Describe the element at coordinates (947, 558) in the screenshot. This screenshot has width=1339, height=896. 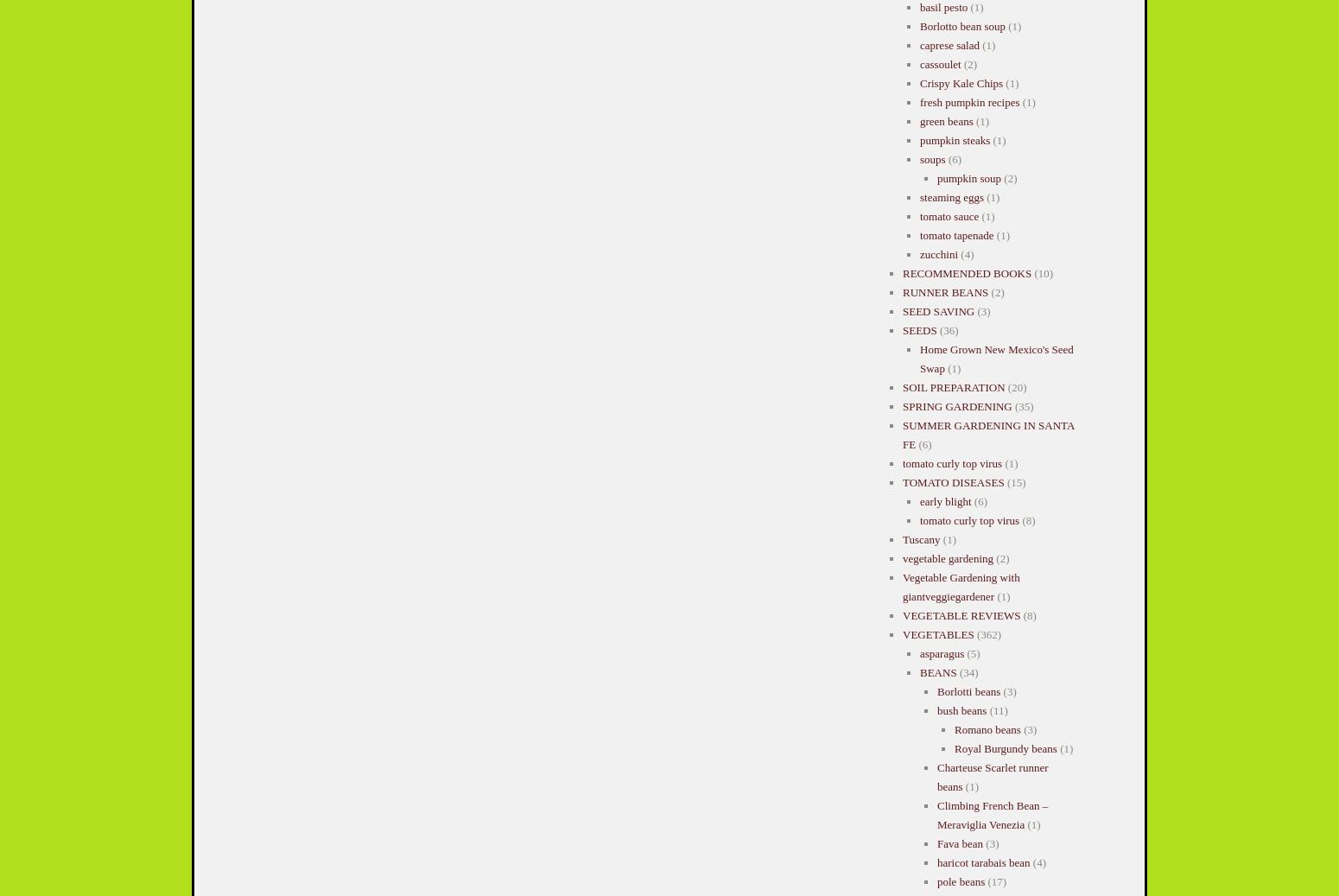
I see `'vegetable gardening'` at that location.